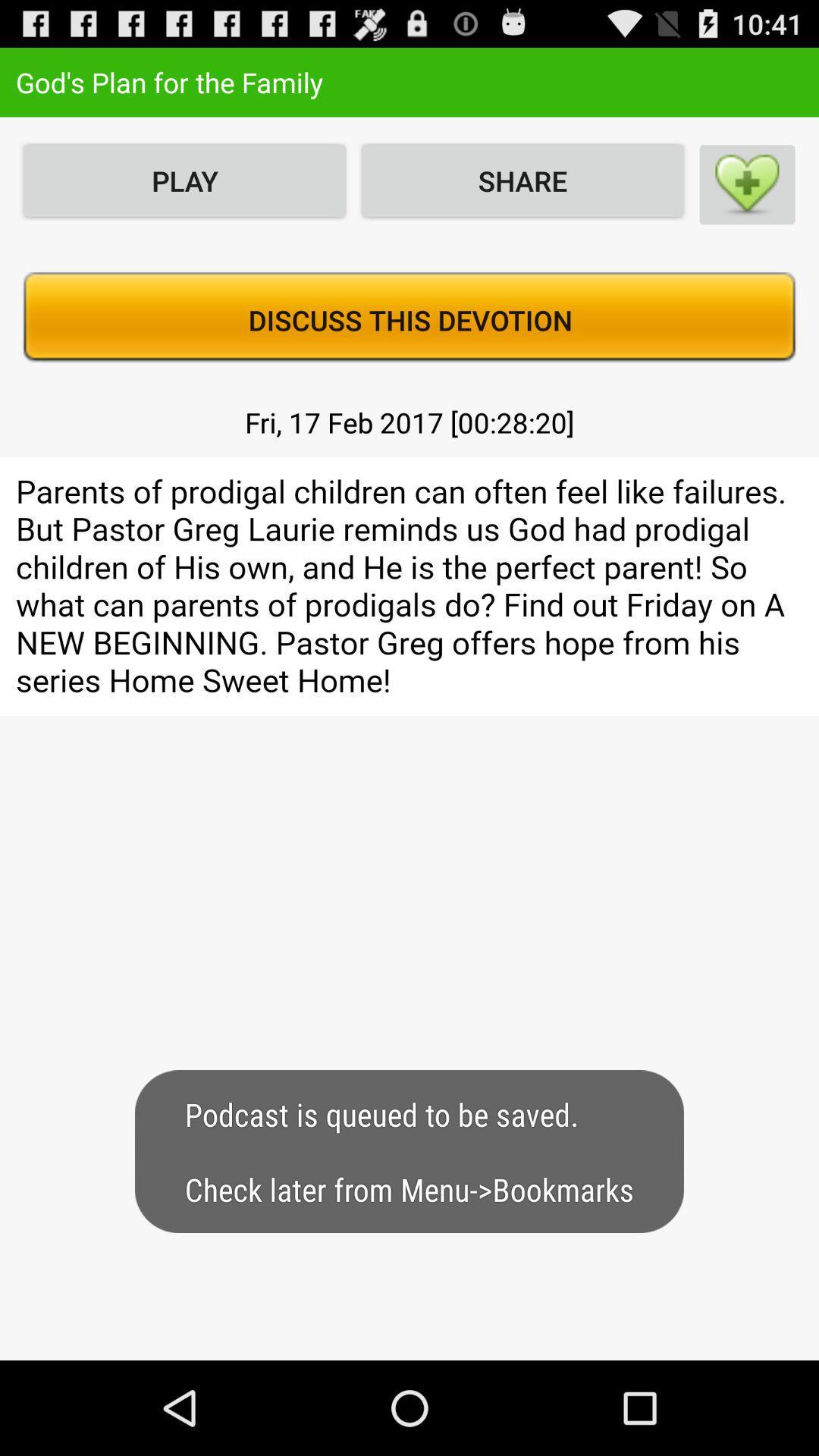 This screenshot has height=1456, width=819. I want to click on the favorite icon, so click(746, 196).